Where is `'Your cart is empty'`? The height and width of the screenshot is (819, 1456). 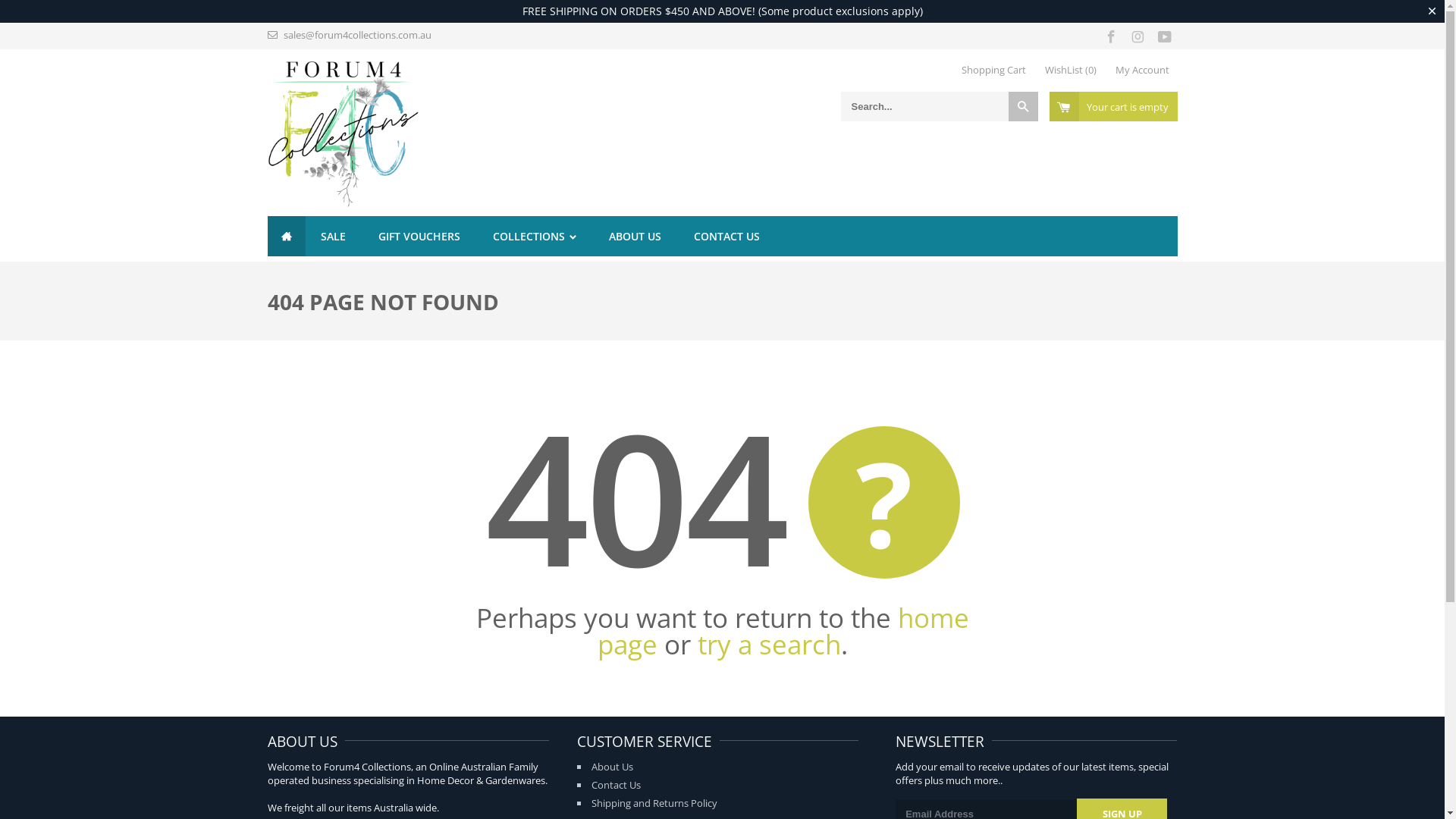
'Your cart is empty' is located at coordinates (1113, 105).